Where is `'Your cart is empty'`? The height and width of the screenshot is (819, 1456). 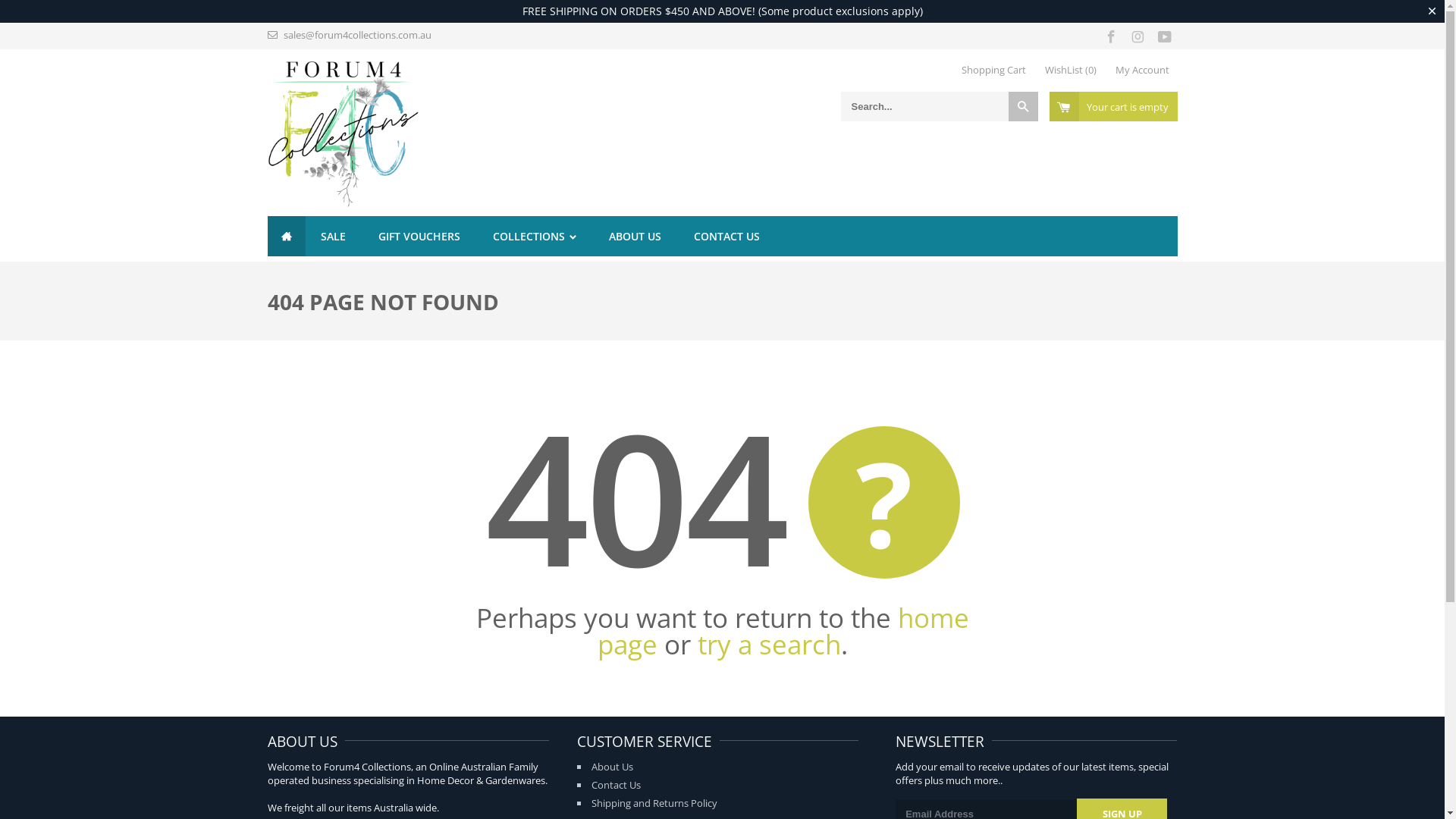
'Your cart is empty' is located at coordinates (1113, 105).